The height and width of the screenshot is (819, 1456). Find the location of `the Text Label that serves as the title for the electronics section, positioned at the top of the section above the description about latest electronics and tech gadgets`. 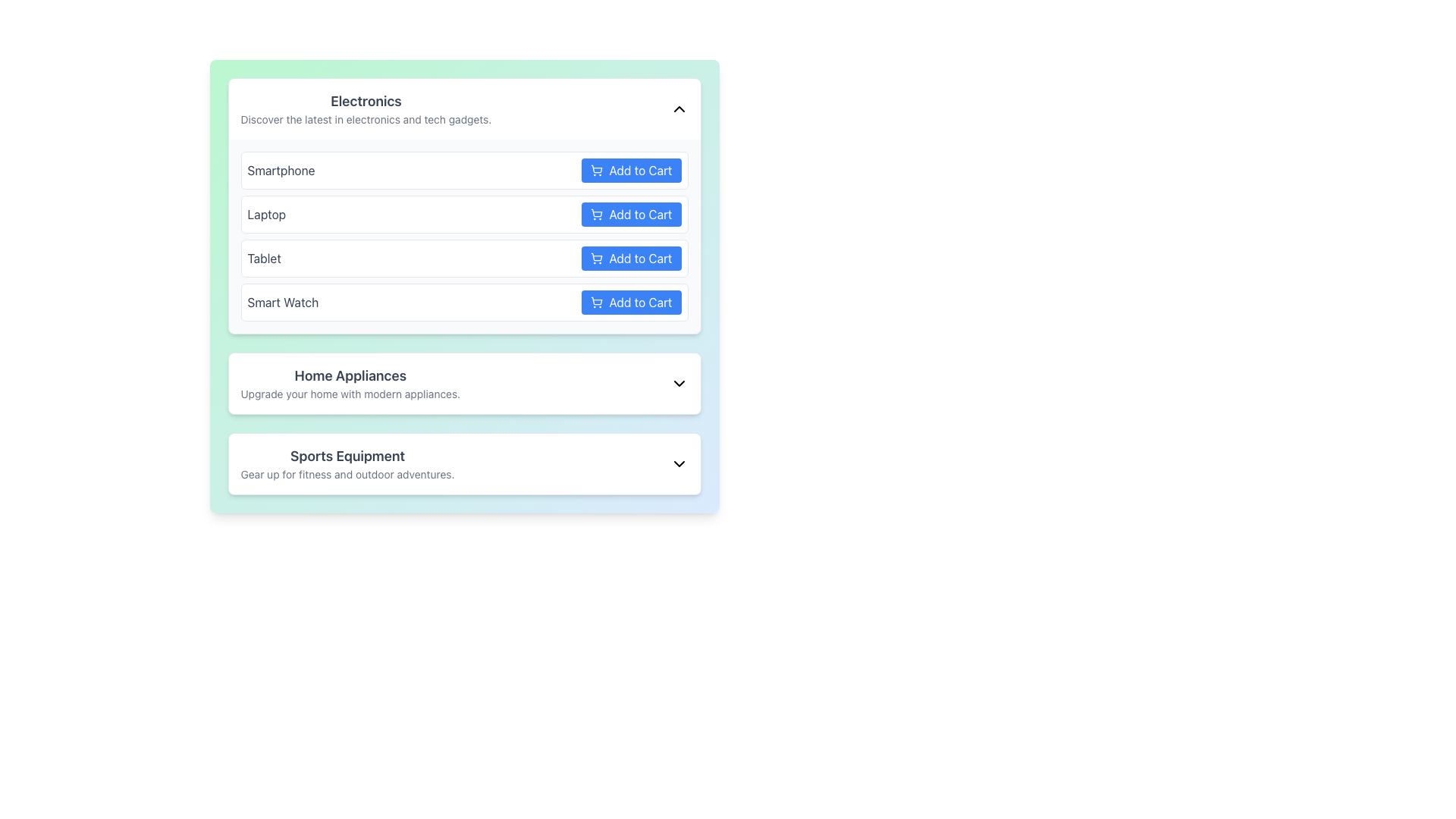

the Text Label that serves as the title for the electronics section, positioned at the top of the section above the description about latest electronics and tech gadgets is located at coordinates (366, 102).